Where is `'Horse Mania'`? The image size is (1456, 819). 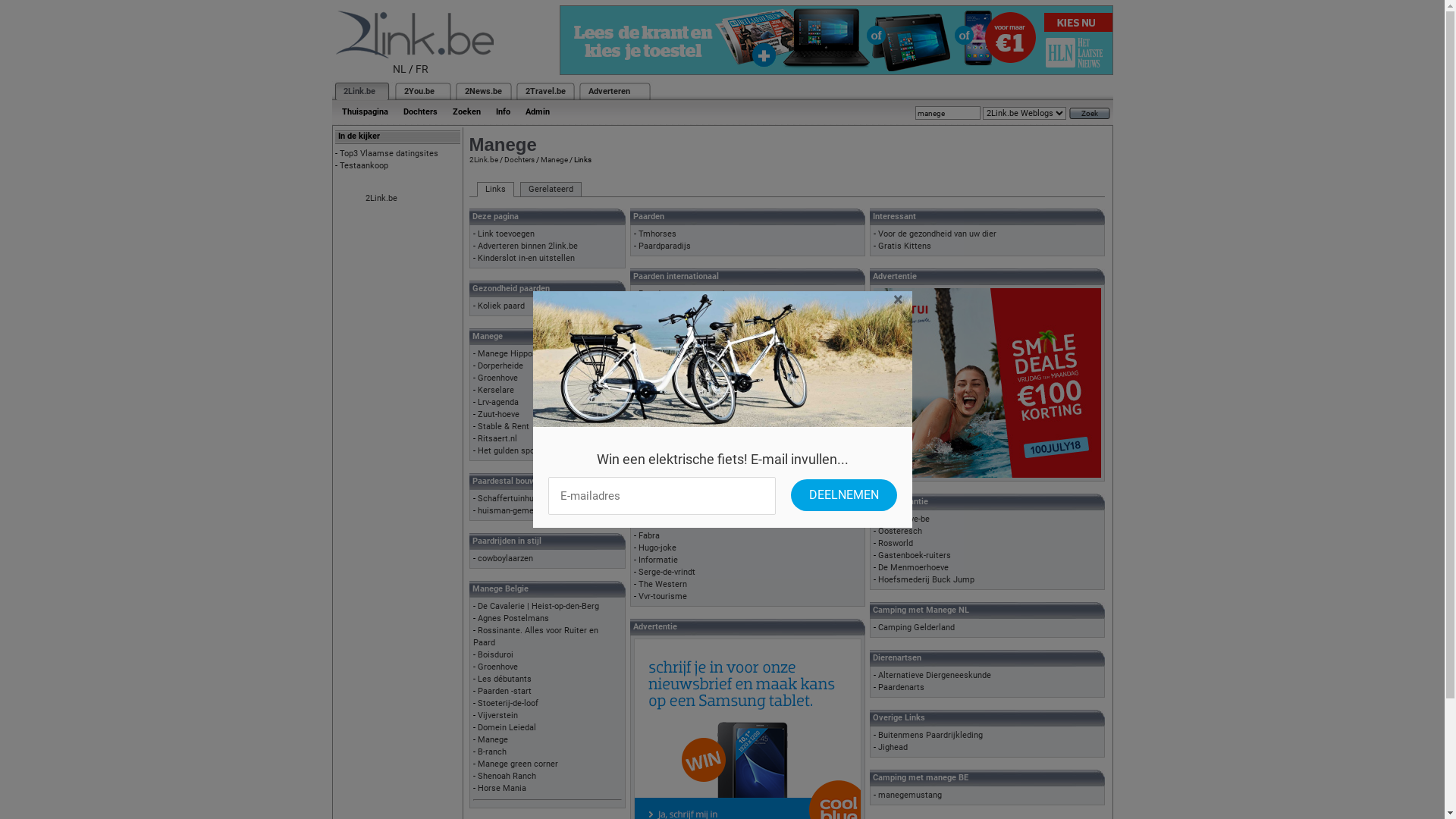
'Horse Mania' is located at coordinates (502, 787).